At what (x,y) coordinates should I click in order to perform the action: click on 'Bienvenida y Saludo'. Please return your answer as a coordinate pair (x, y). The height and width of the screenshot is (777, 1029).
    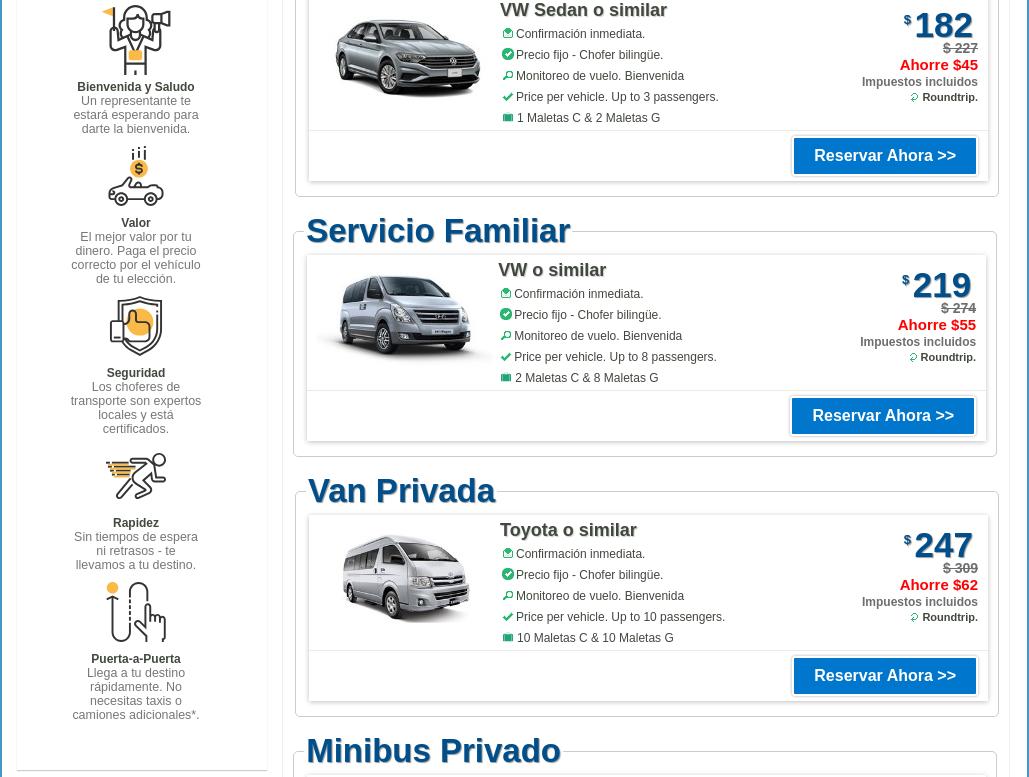
    Looking at the image, I should click on (134, 86).